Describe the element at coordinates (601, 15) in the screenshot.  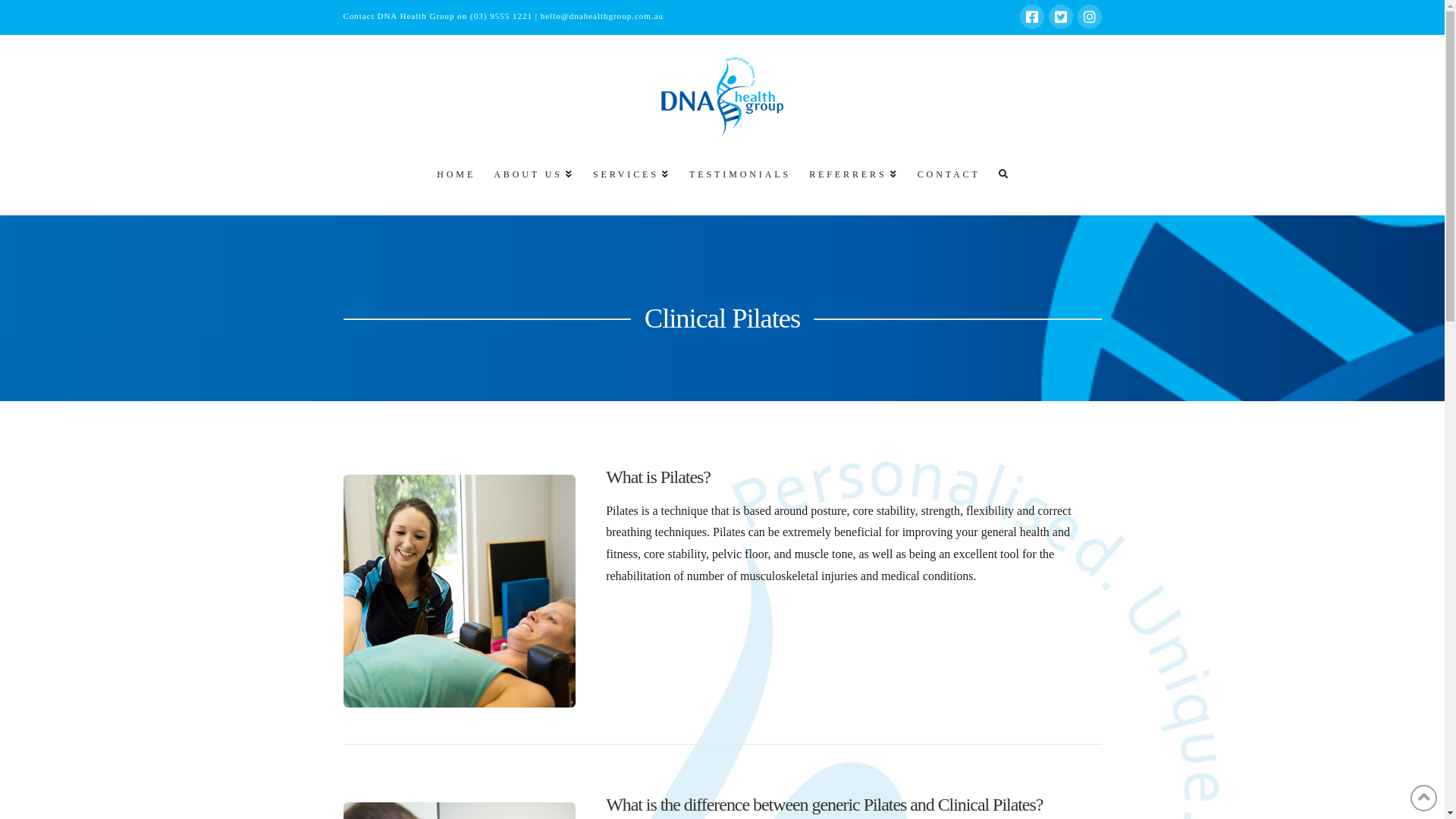
I see `'hello@dnahealthgroup.com.au'` at that location.